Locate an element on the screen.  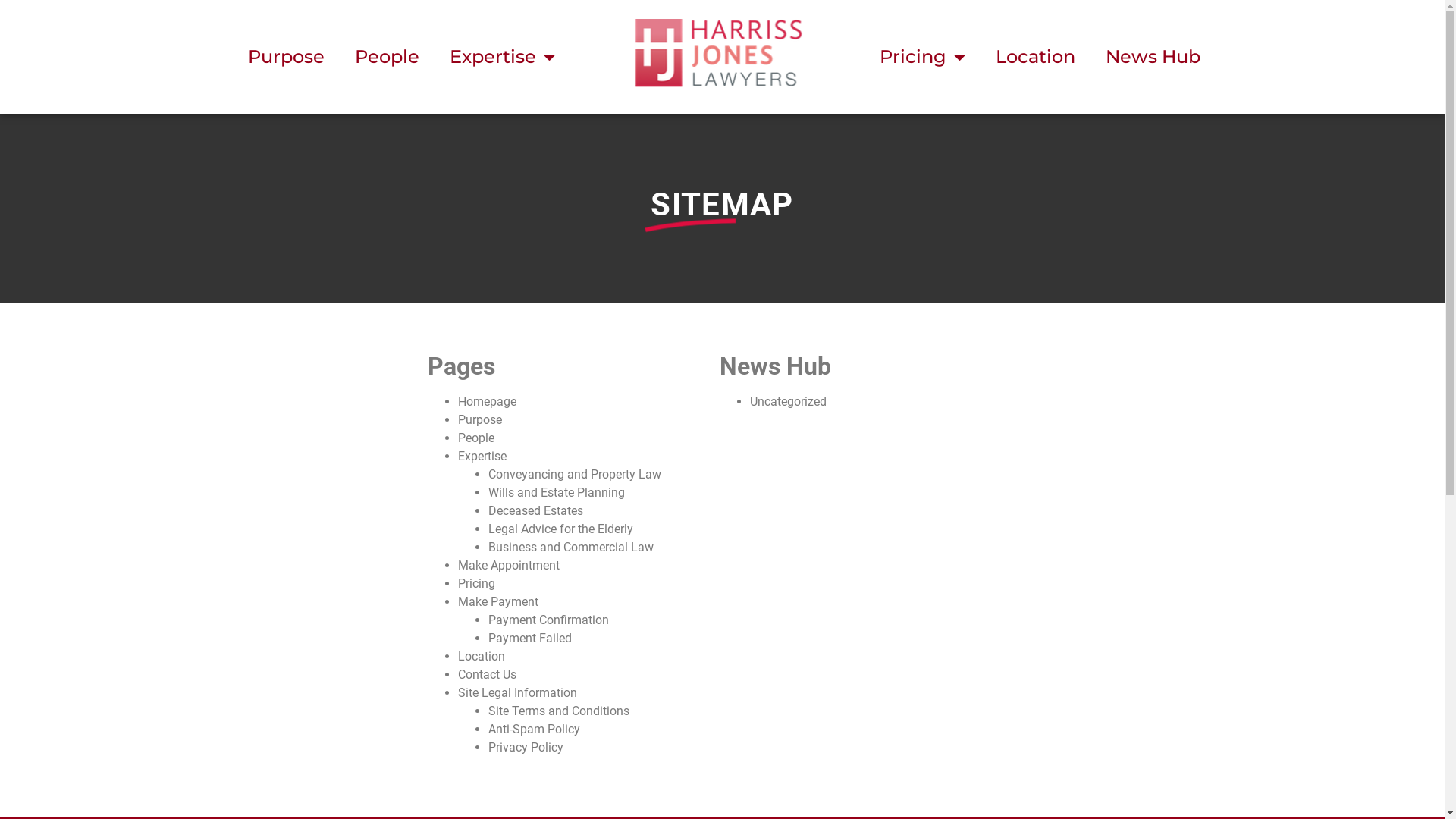
'Pricing' is located at coordinates (475, 582).